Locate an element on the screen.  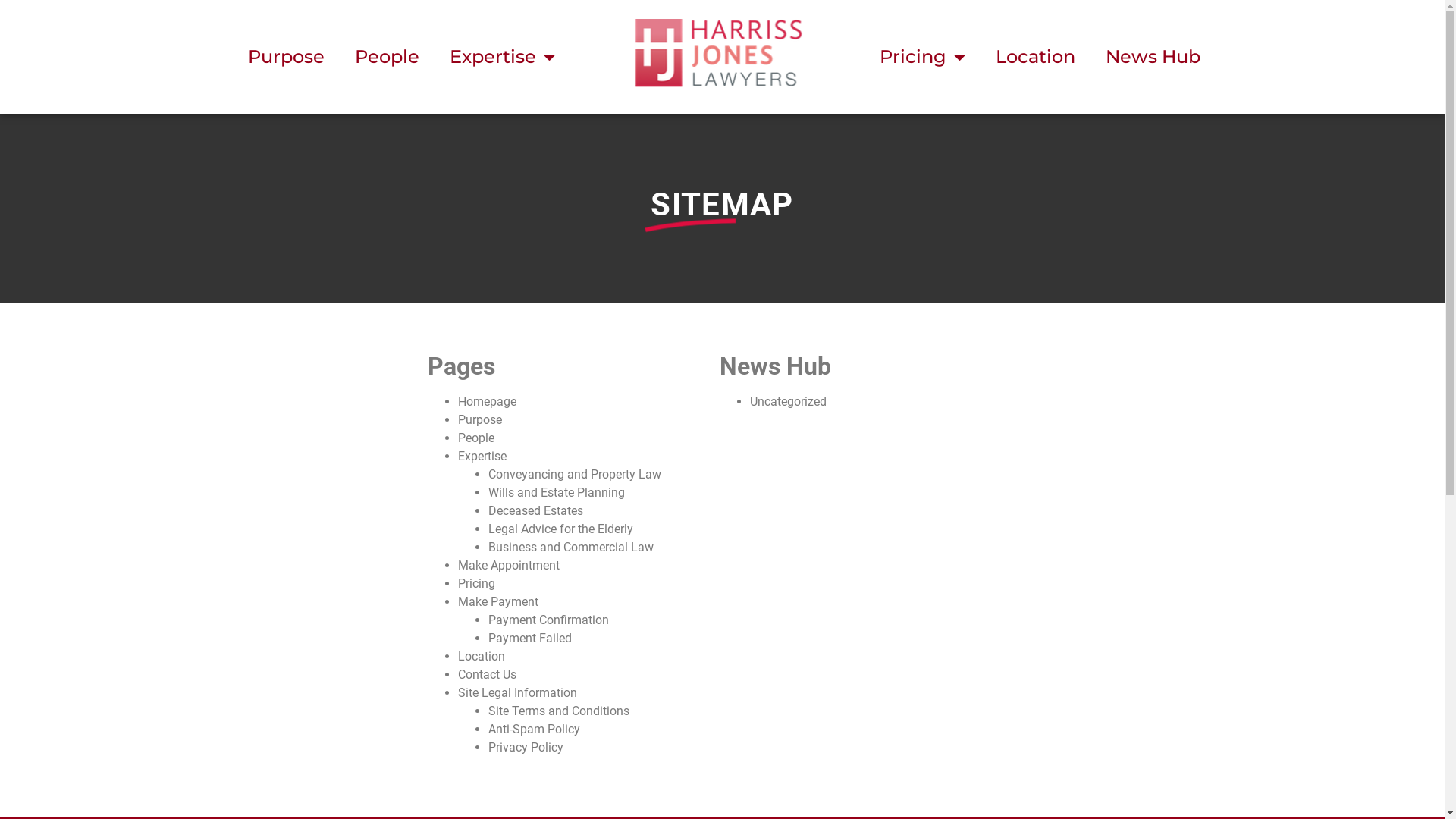
'Pricing' is located at coordinates (475, 582).